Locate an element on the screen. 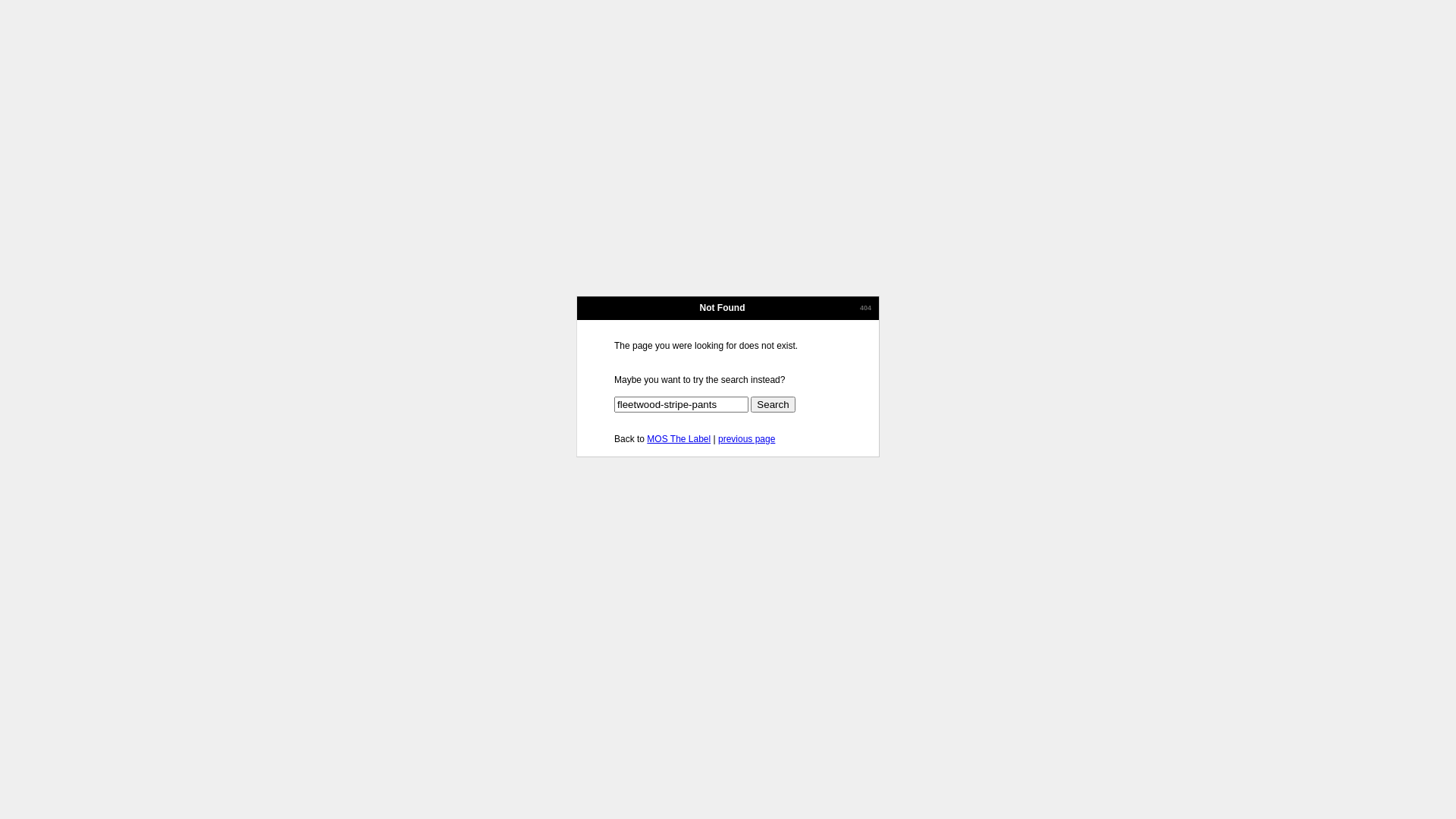 This screenshot has height=819, width=1456. 'MOS The Label' is located at coordinates (677, 438).